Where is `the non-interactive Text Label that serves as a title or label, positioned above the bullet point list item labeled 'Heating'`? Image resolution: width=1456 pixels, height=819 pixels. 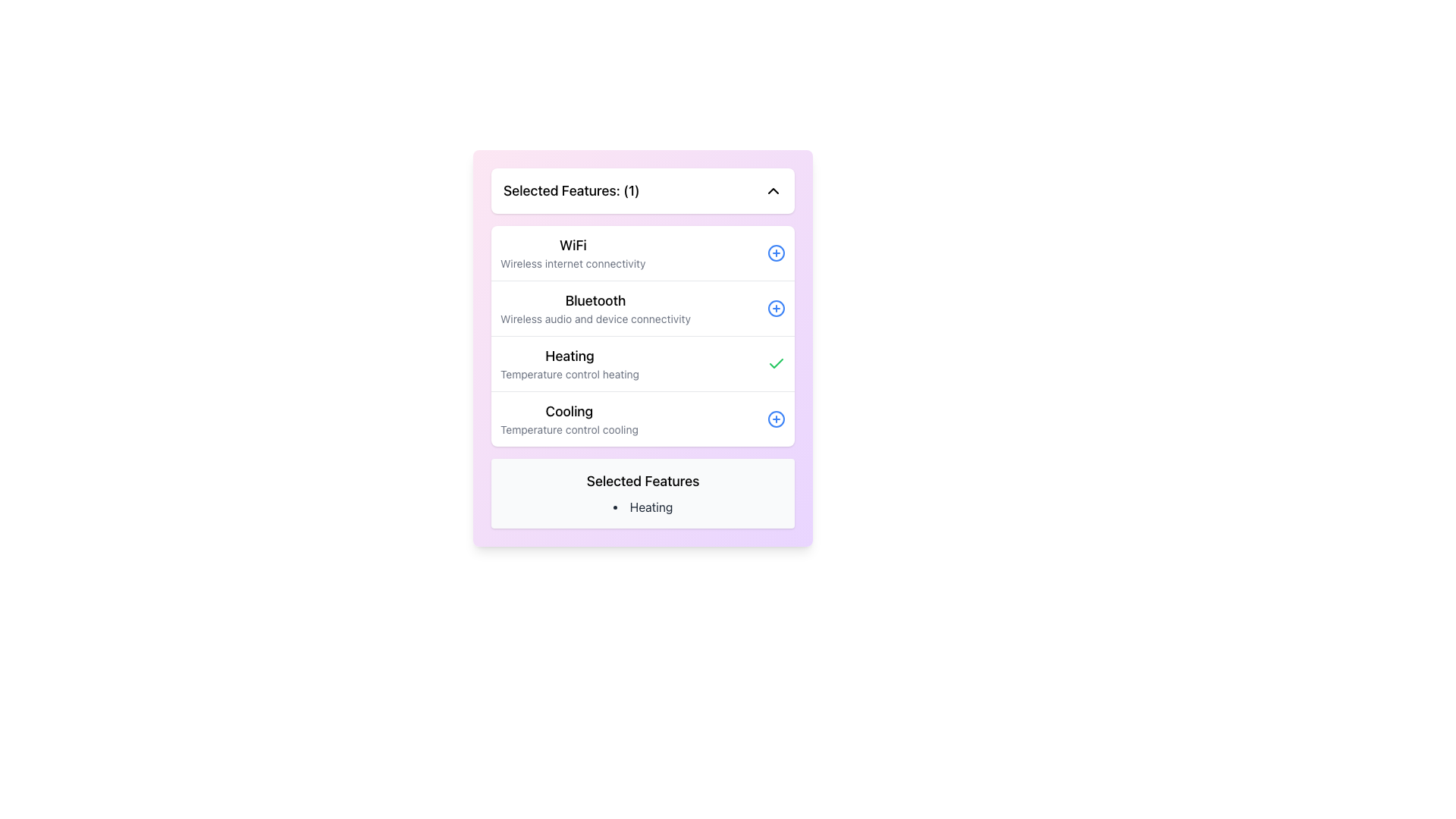 the non-interactive Text Label that serves as a title or label, positioned above the bullet point list item labeled 'Heating' is located at coordinates (643, 482).